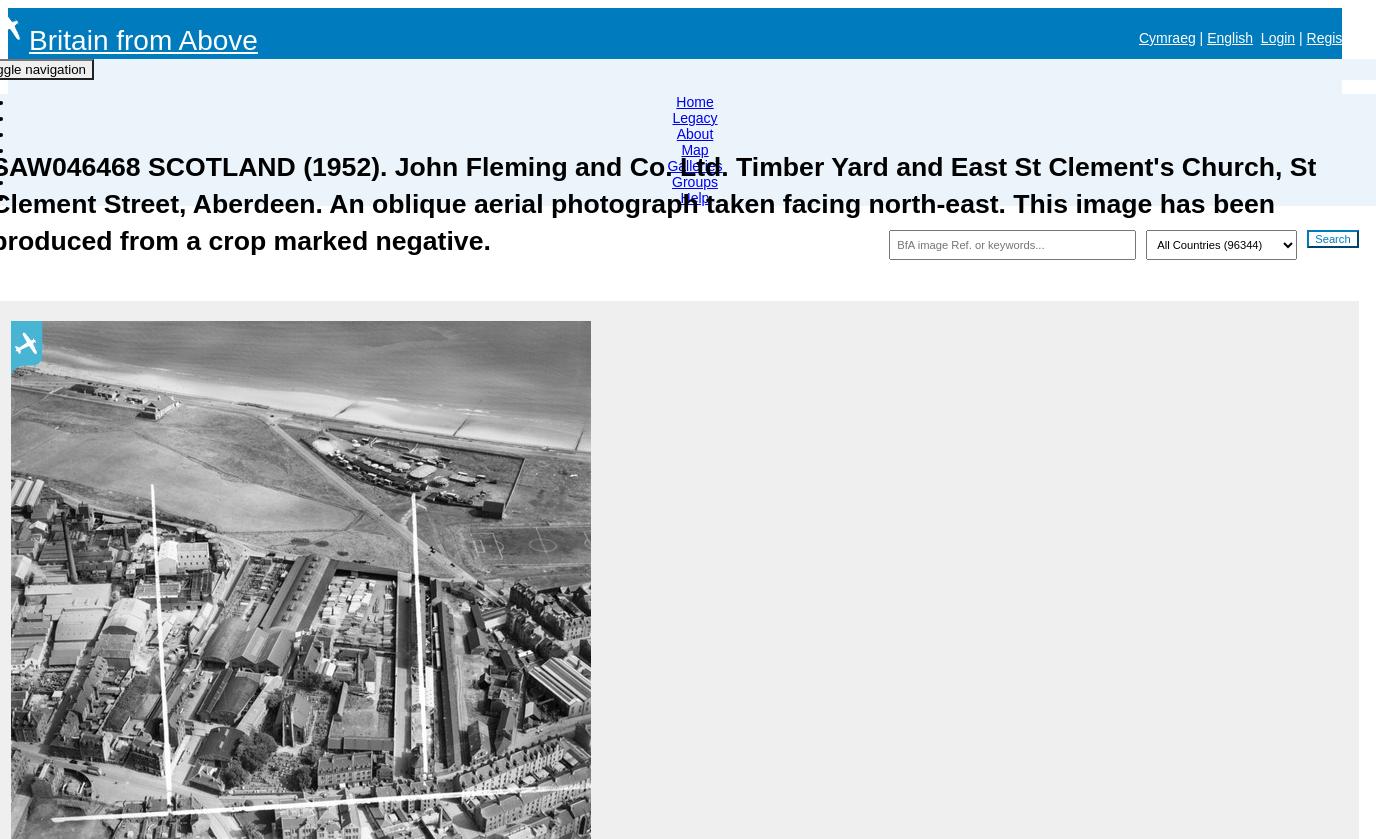  Describe the element at coordinates (1230, 38) in the screenshot. I see `'English'` at that location.